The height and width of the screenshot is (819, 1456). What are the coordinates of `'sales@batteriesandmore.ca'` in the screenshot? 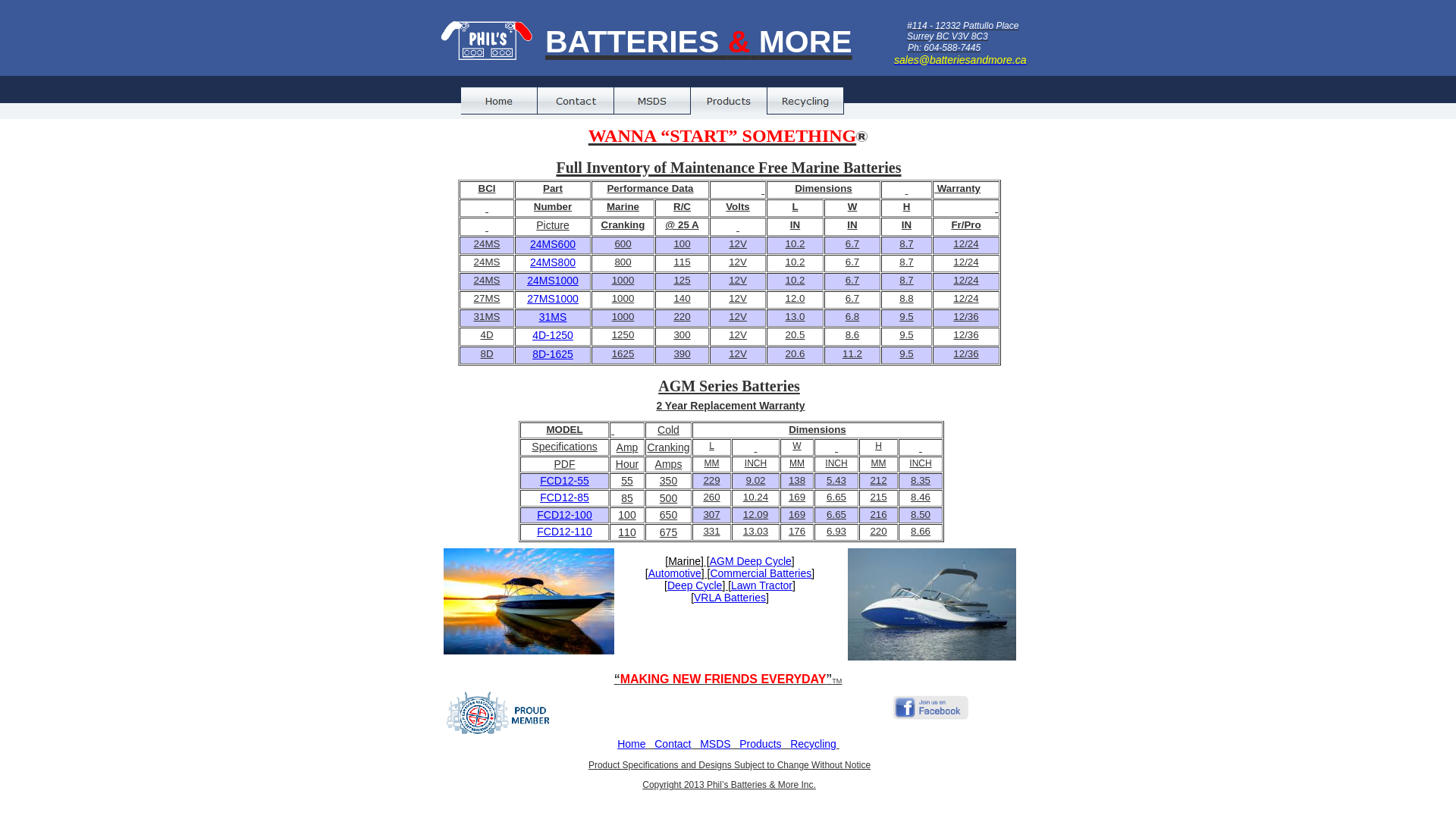 It's located at (959, 58).